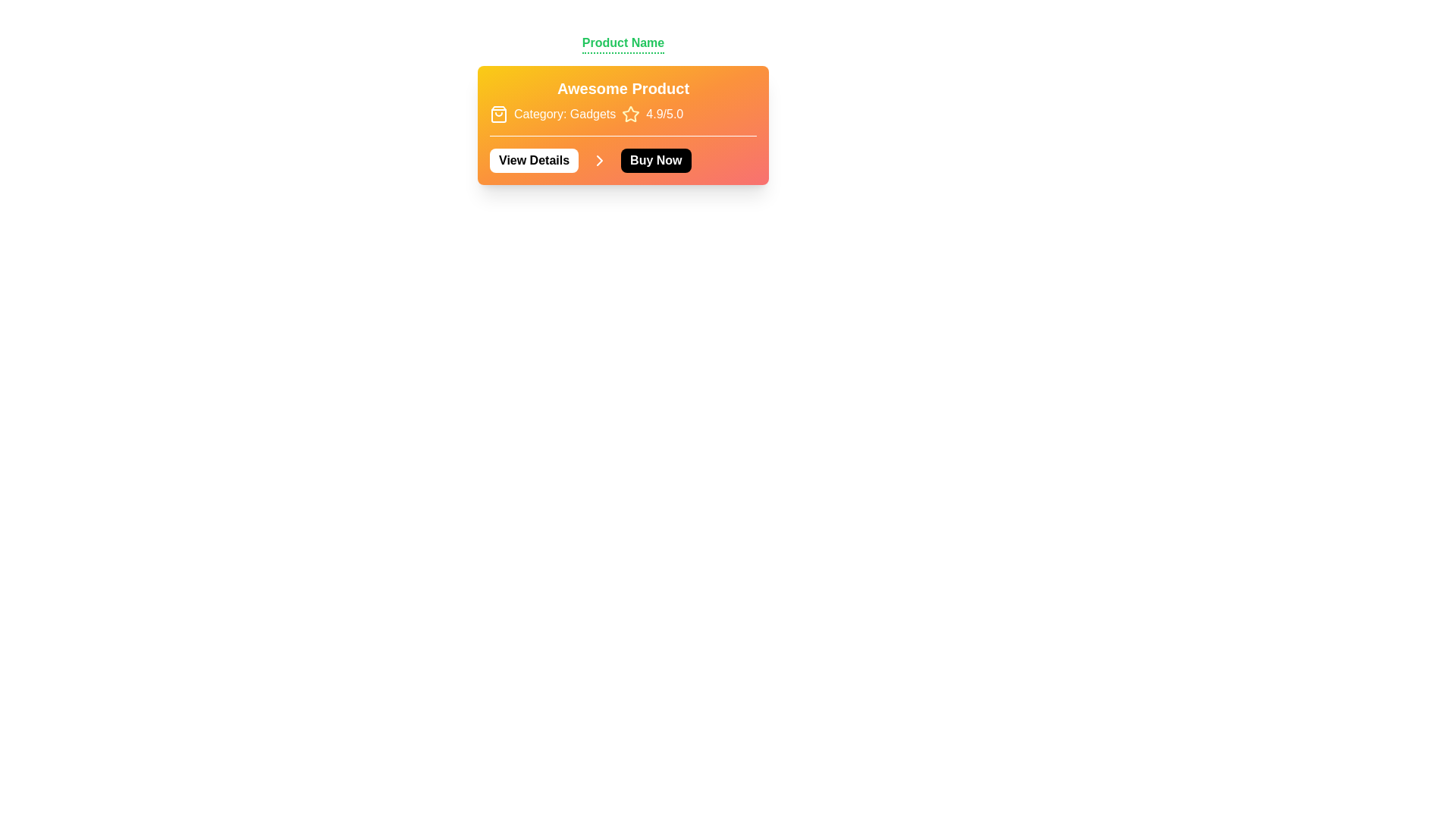 This screenshot has width=1456, height=819. What do you see at coordinates (534, 161) in the screenshot?
I see `the first button in the horizontal row that allows users` at bounding box center [534, 161].